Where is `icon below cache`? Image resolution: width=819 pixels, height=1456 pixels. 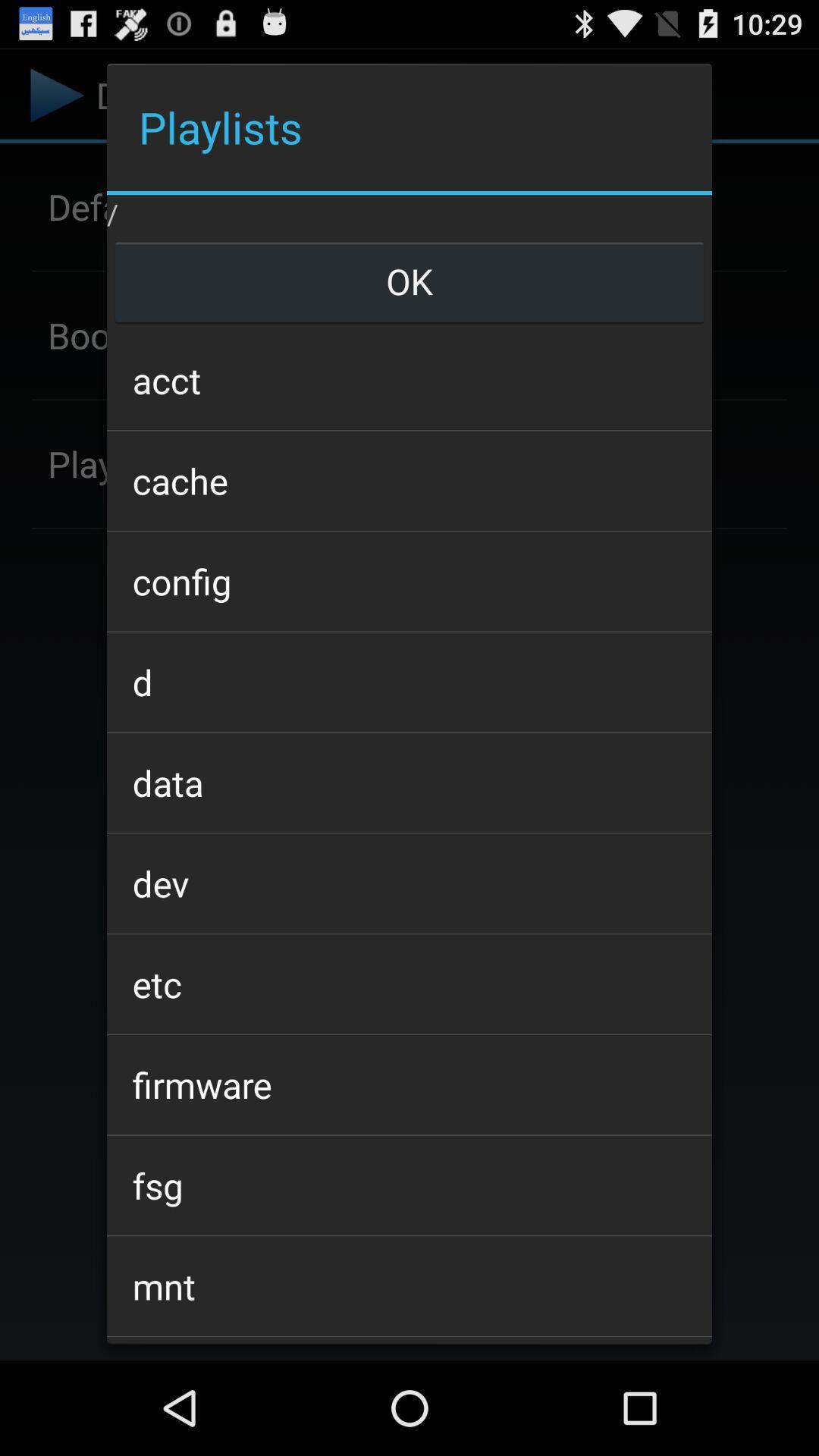
icon below cache is located at coordinates (409, 580).